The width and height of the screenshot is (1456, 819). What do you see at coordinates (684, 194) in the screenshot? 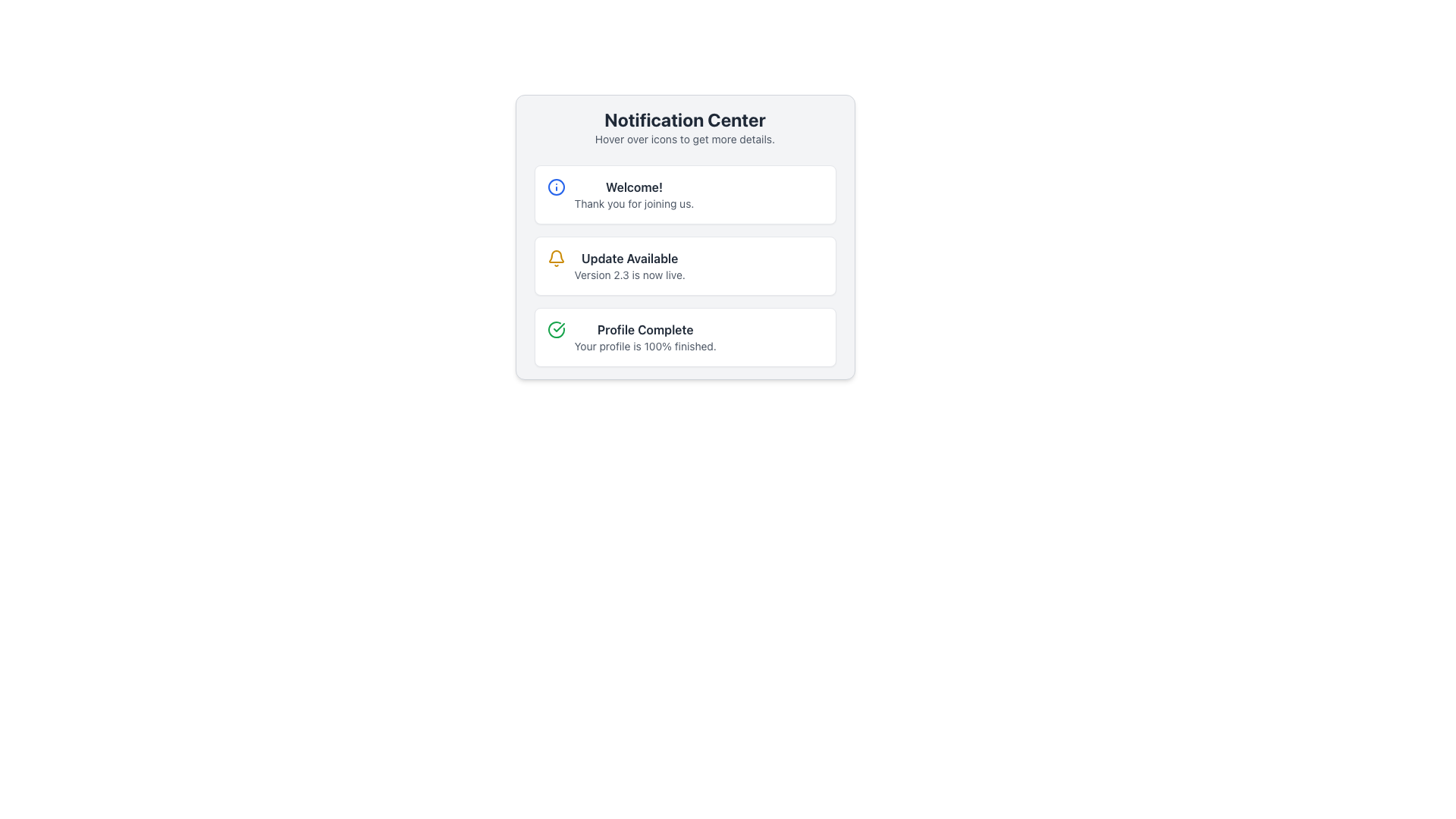
I see `the topmost Notification Card in the Notification Center, which contains a bold title 'Welcome!' and a smaller text 'Thank you for joining us.'` at bounding box center [684, 194].